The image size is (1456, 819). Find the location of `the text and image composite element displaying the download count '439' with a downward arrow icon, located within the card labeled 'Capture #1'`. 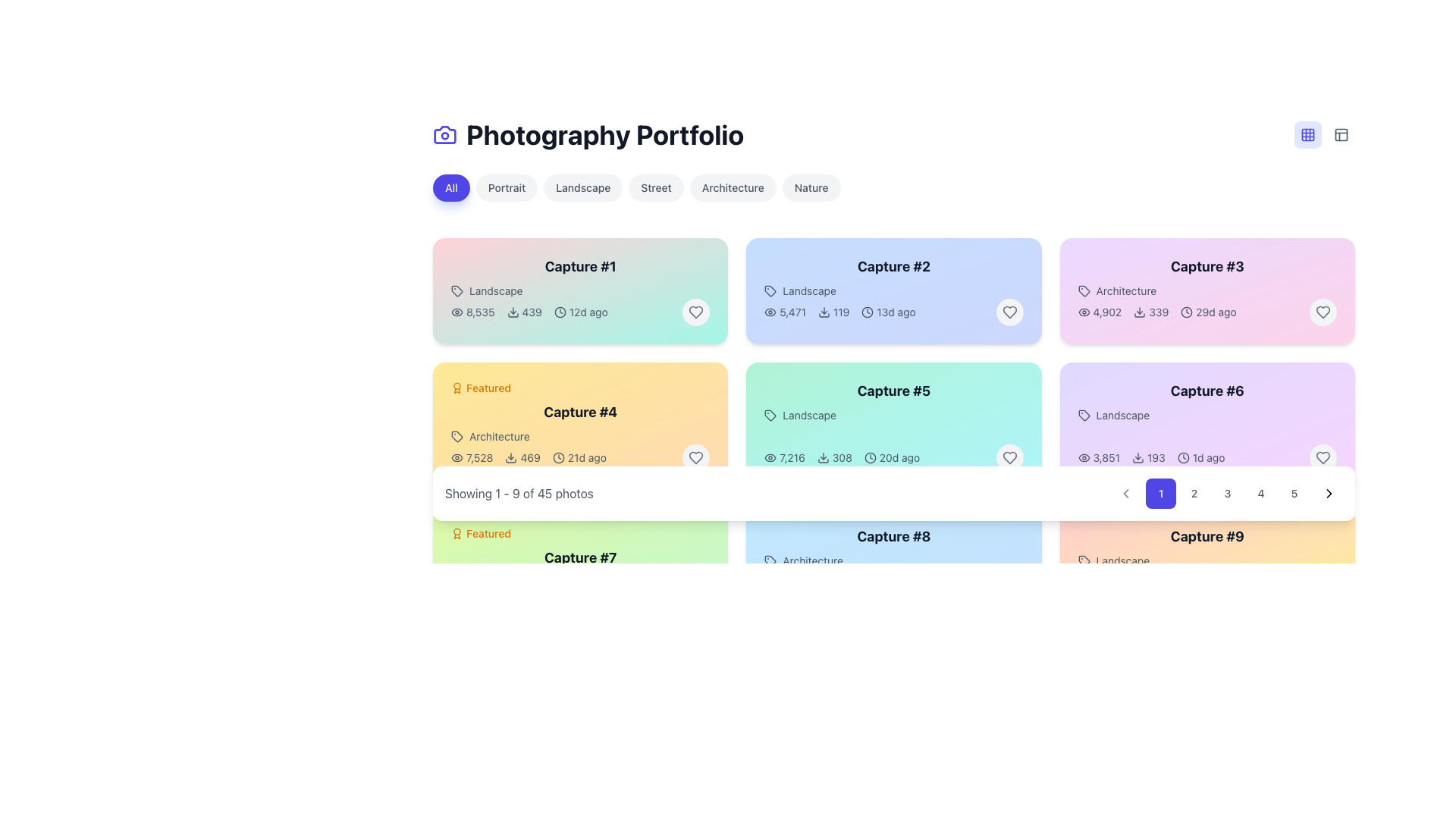

the text and image composite element displaying the download count '439' with a downward arrow icon, located within the card labeled 'Capture #1' is located at coordinates (529, 312).